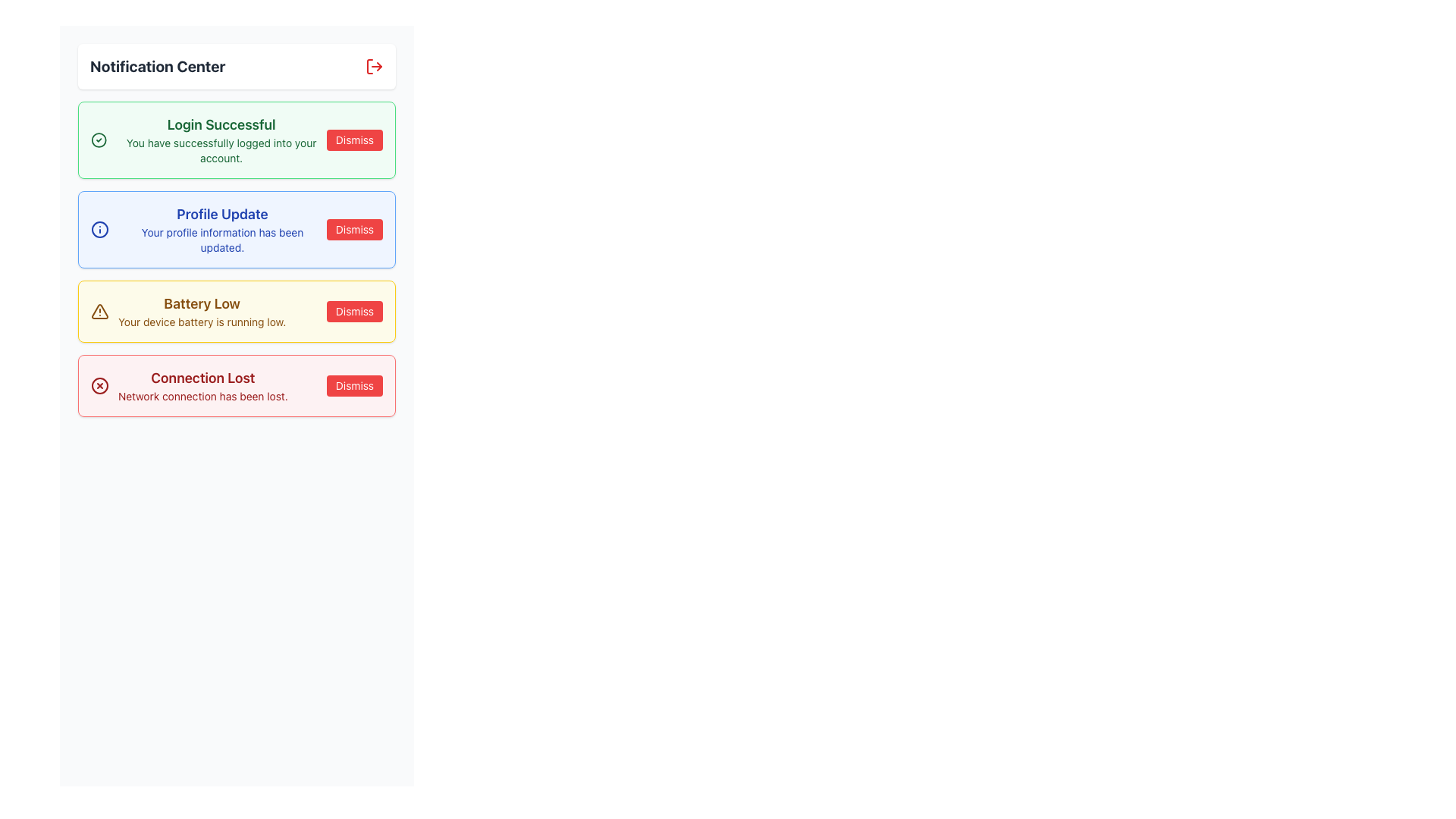 The image size is (1456, 819). Describe the element at coordinates (375, 66) in the screenshot. I see `the exit or log-out icon button located at the top right corner of the notification center header` at that location.